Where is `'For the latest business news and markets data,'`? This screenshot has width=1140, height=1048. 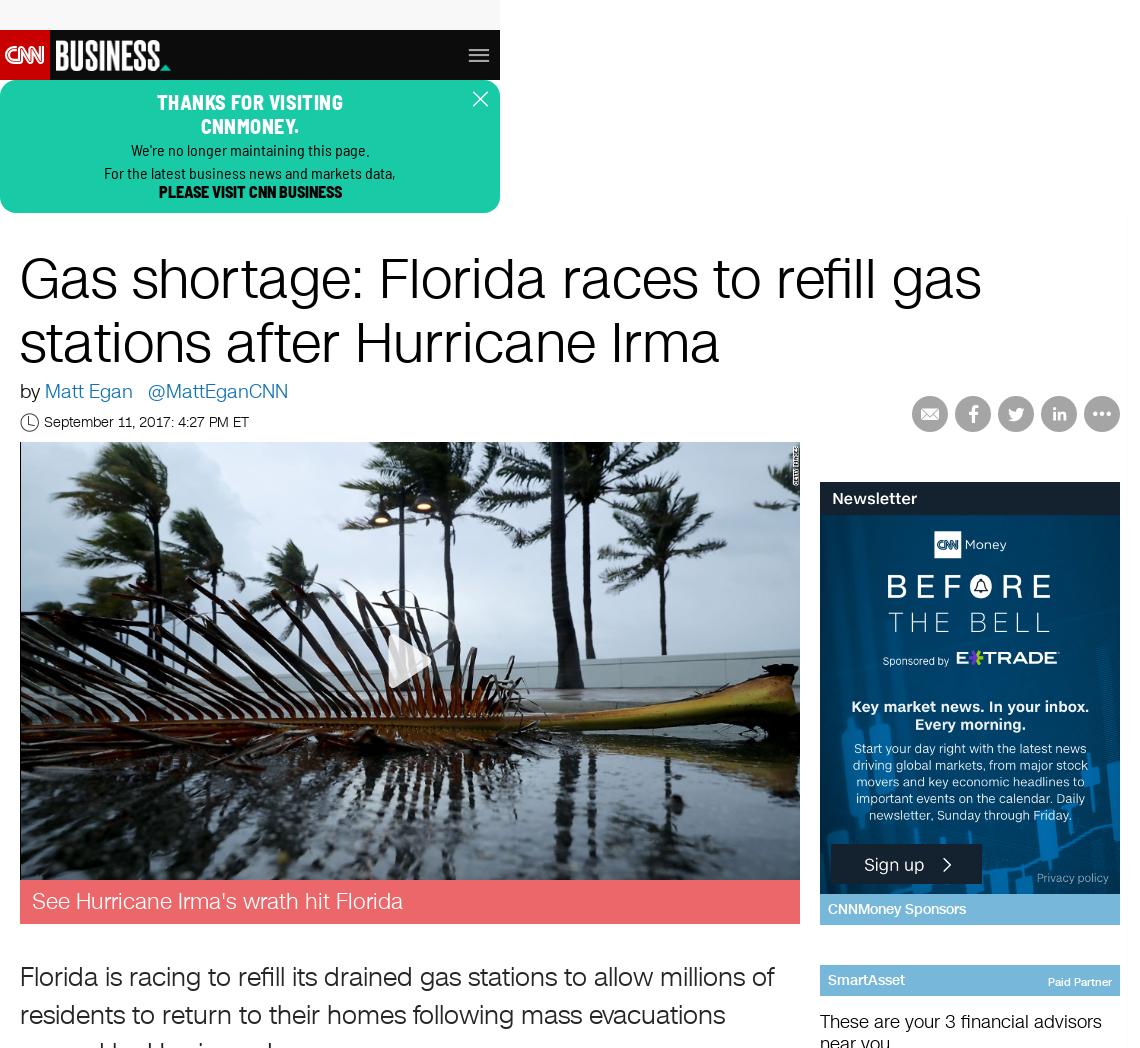
'For the latest business news and markets data,' is located at coordinates (249, 172).